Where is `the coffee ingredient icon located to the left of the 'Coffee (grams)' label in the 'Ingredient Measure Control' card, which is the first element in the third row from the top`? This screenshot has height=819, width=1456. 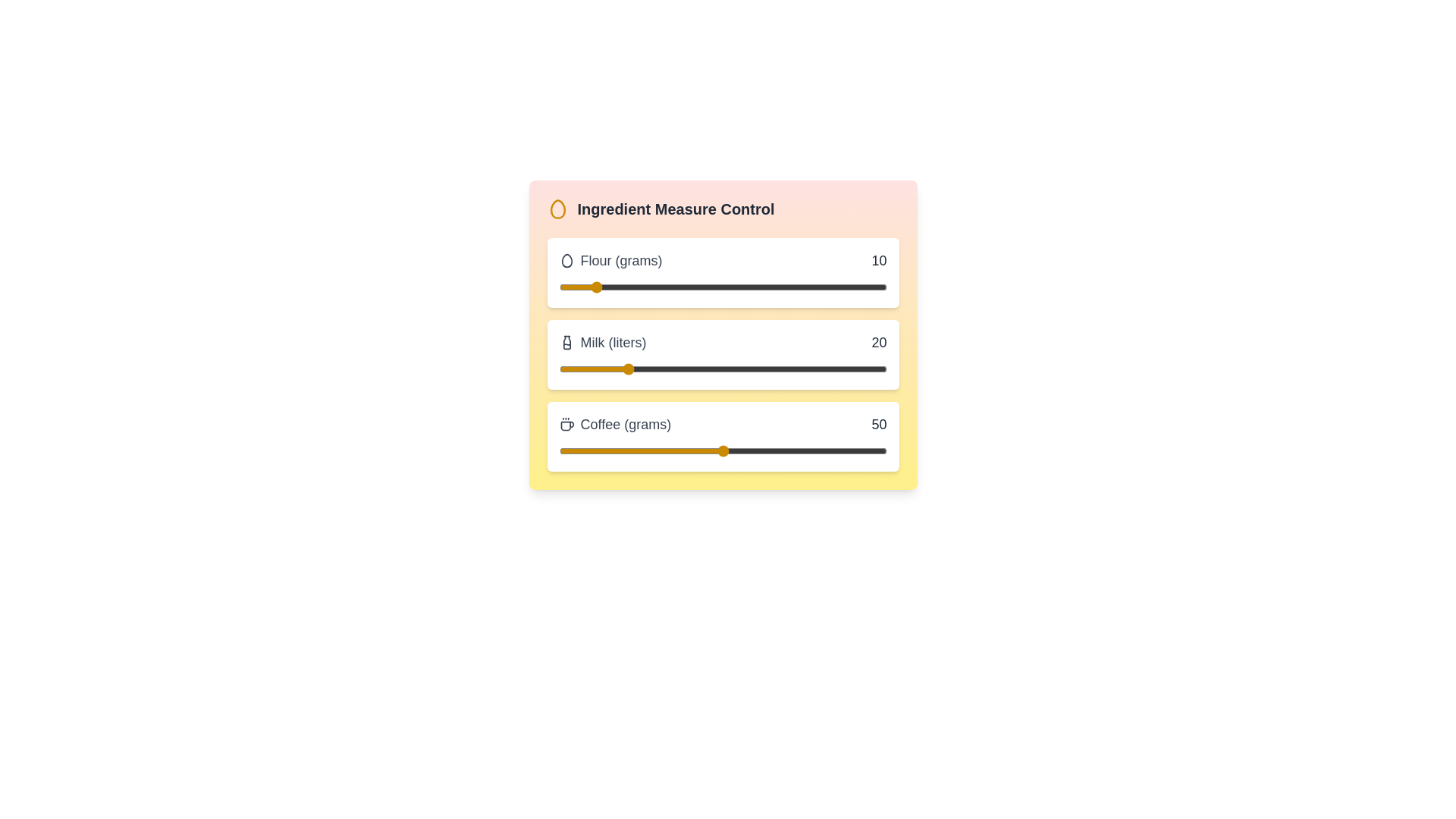 the coffee ingredient icon located to the left of the 'Coffee (grams)' label in the 'Ingredient Measure Control' card, which is the first element in the third row from the top is located at coordinates (566, 424).